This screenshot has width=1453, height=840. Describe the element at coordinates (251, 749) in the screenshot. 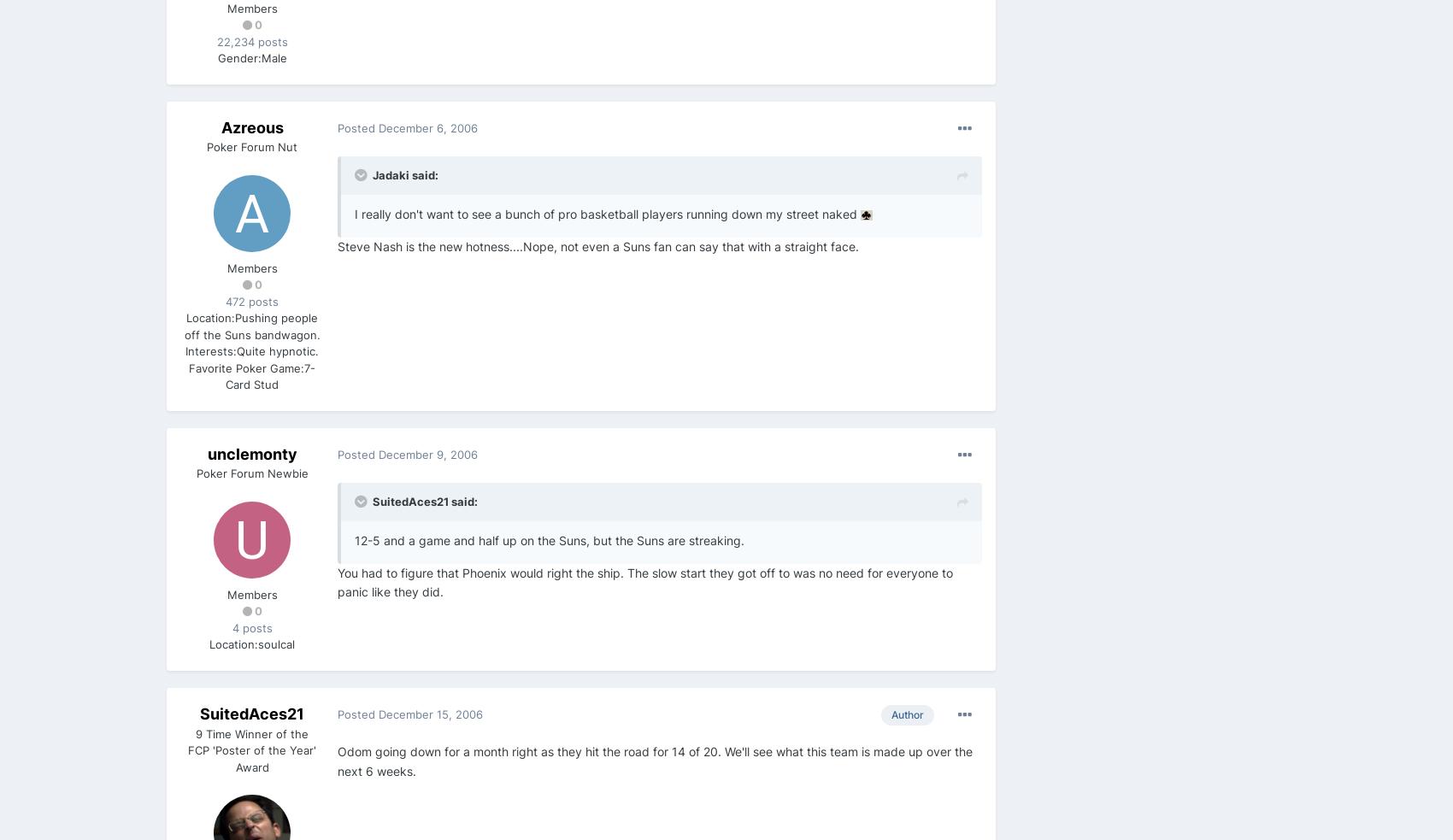

I see `'9 Time Winner of the FCP 'Poster of the Year' Award'` at that location.